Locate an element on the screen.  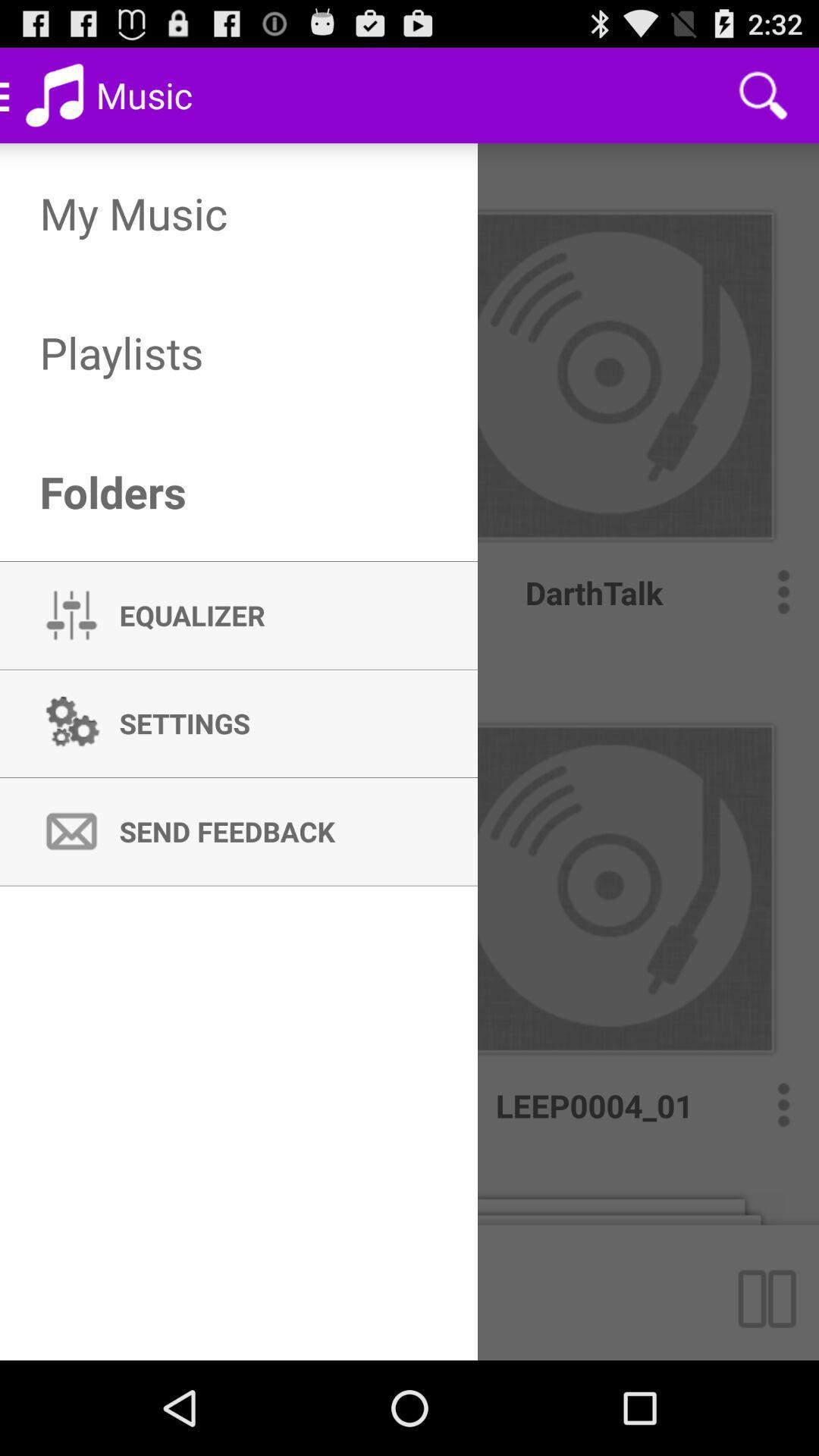
play button is located at coordinates (773, 1291).